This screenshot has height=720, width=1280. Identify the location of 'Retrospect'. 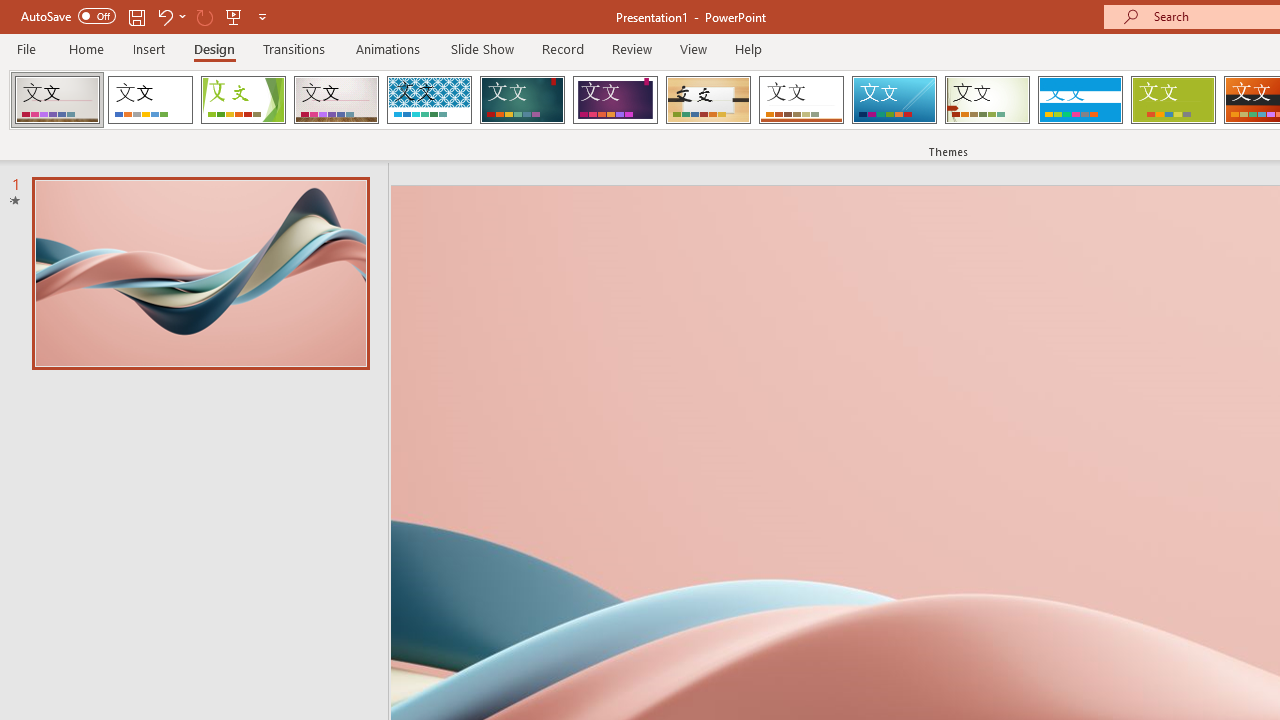
(801, 100).